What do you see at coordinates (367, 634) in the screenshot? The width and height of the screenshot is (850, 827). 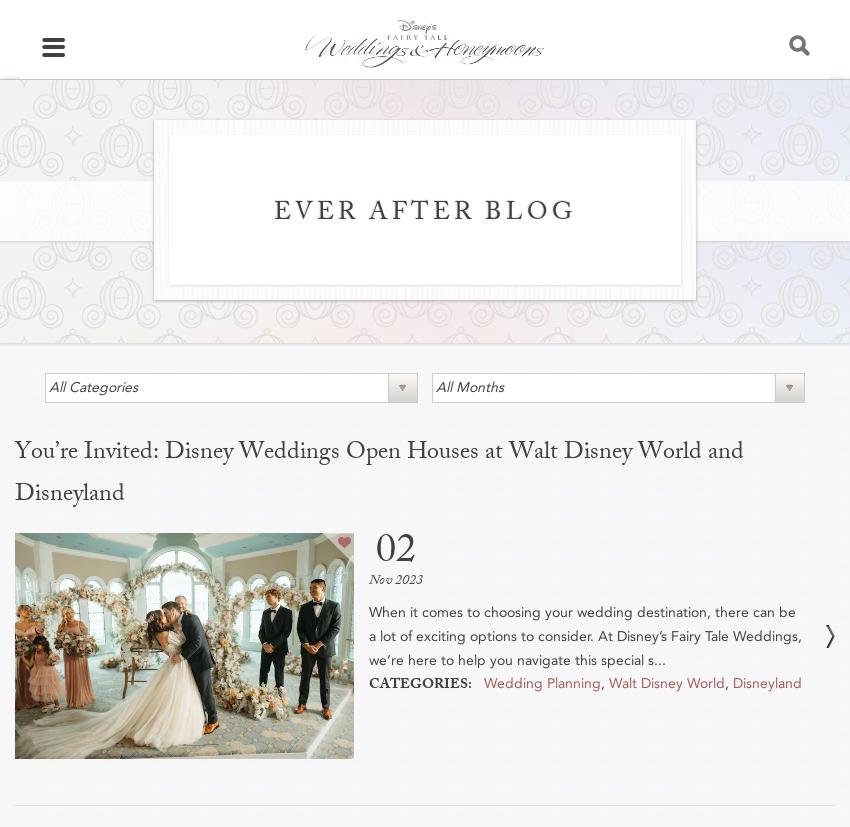 I see `'When it comes to choosing your wedding destination, there can be a lot of exciting options to consider. At Disney’s Fairy Tale Weddings, we’re here to help you navigate this special s...'` at bounding box center [367, 634].